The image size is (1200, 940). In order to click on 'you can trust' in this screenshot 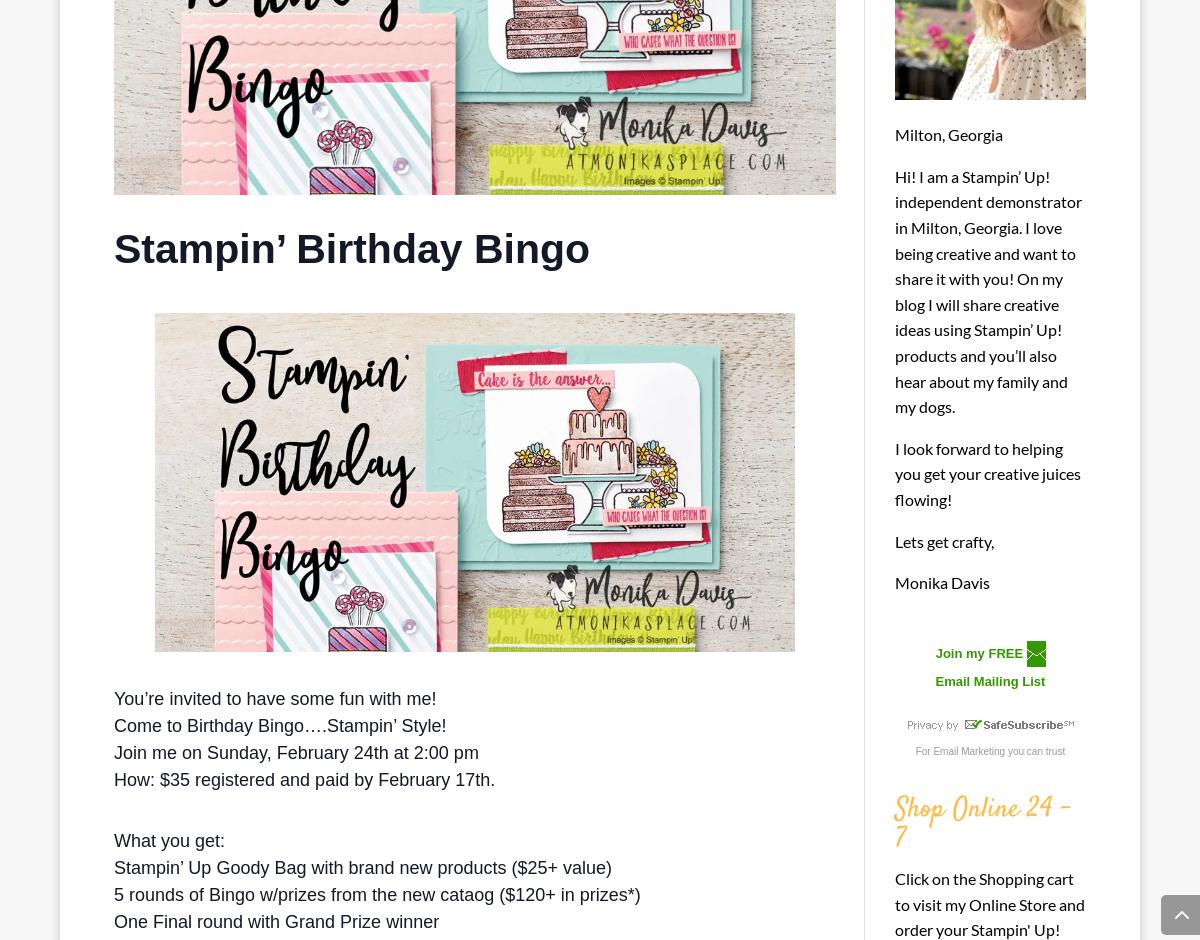, I will do `click(1005, 749)`.